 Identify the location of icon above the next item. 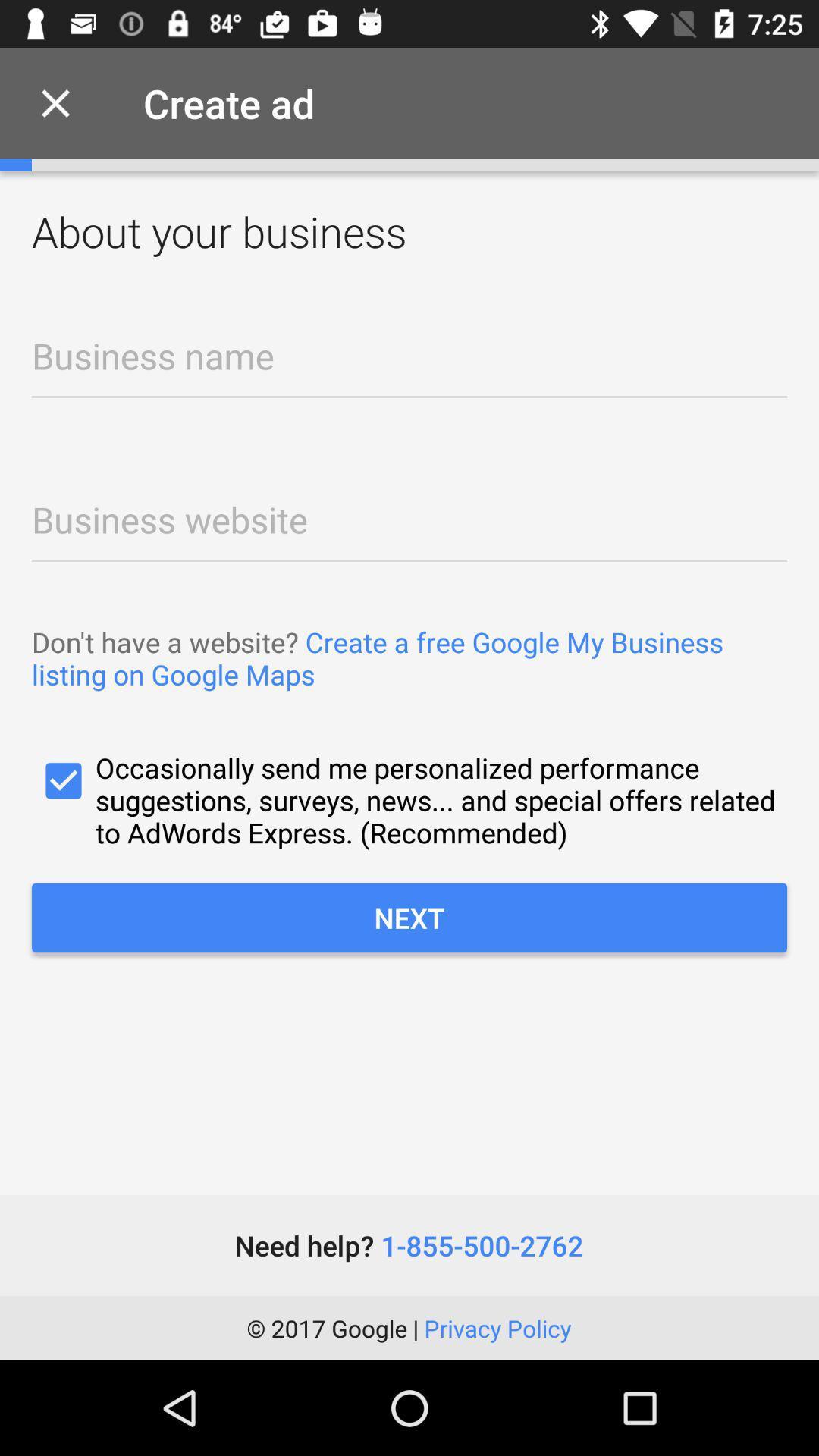
(409, 799).